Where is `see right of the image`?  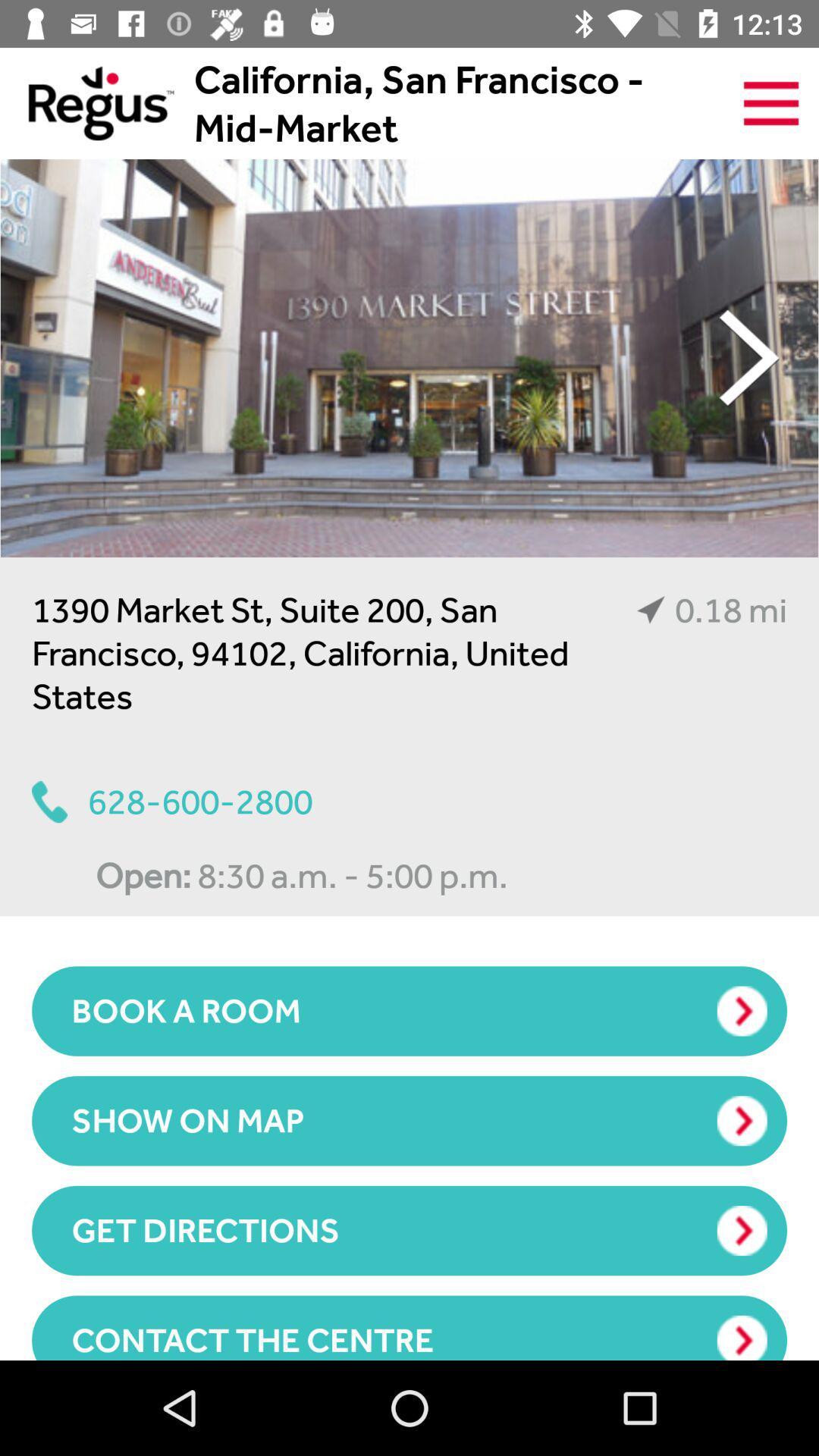
see right of the image is located at coordinates (748, 357).